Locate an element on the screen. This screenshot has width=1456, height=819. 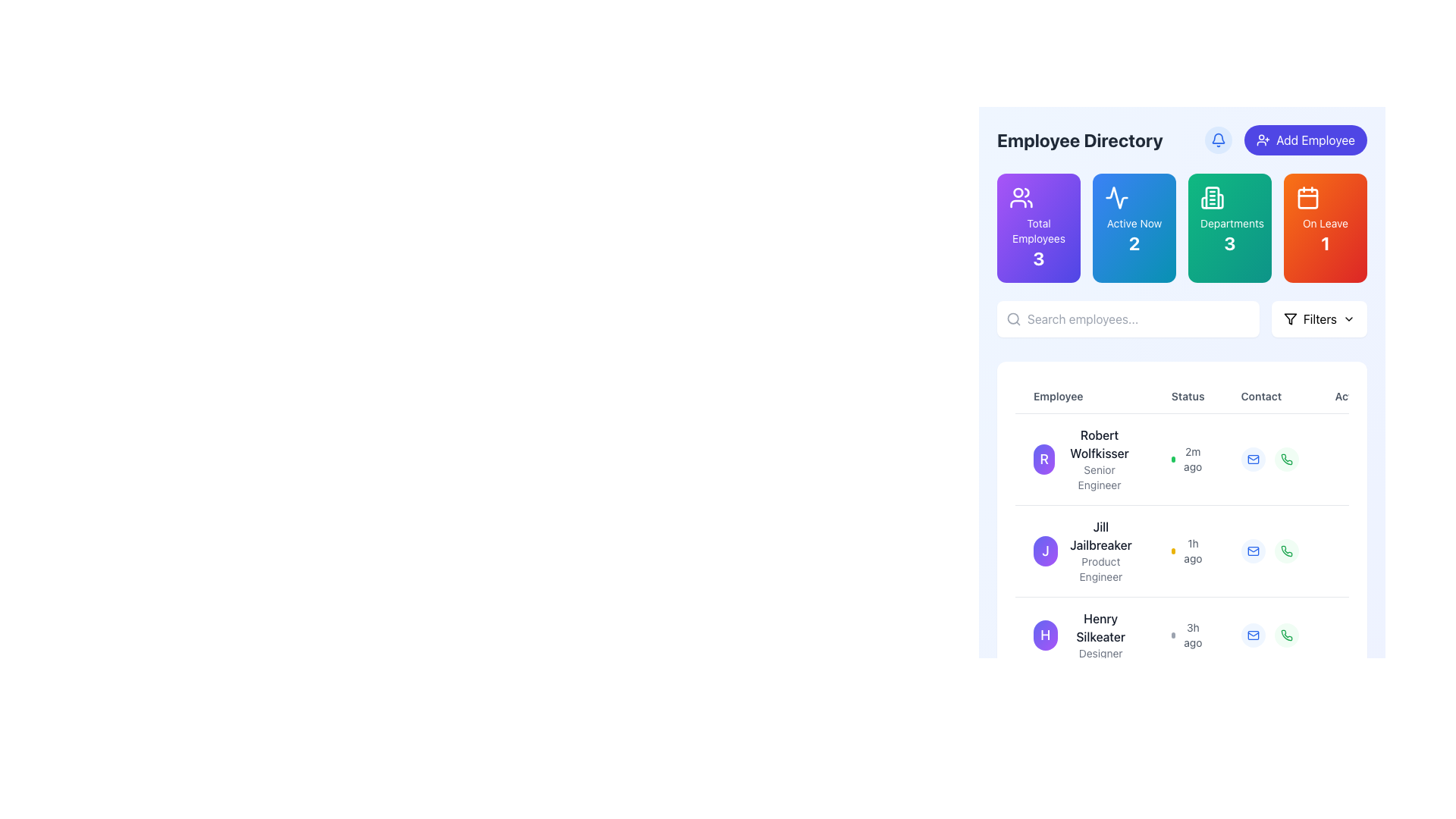
the circular purple badge with a gradient and the white letter 'J' representing Jill Jailbreaker's profile picture in the Employee Directory interface is located at coordinates (1045, 551).